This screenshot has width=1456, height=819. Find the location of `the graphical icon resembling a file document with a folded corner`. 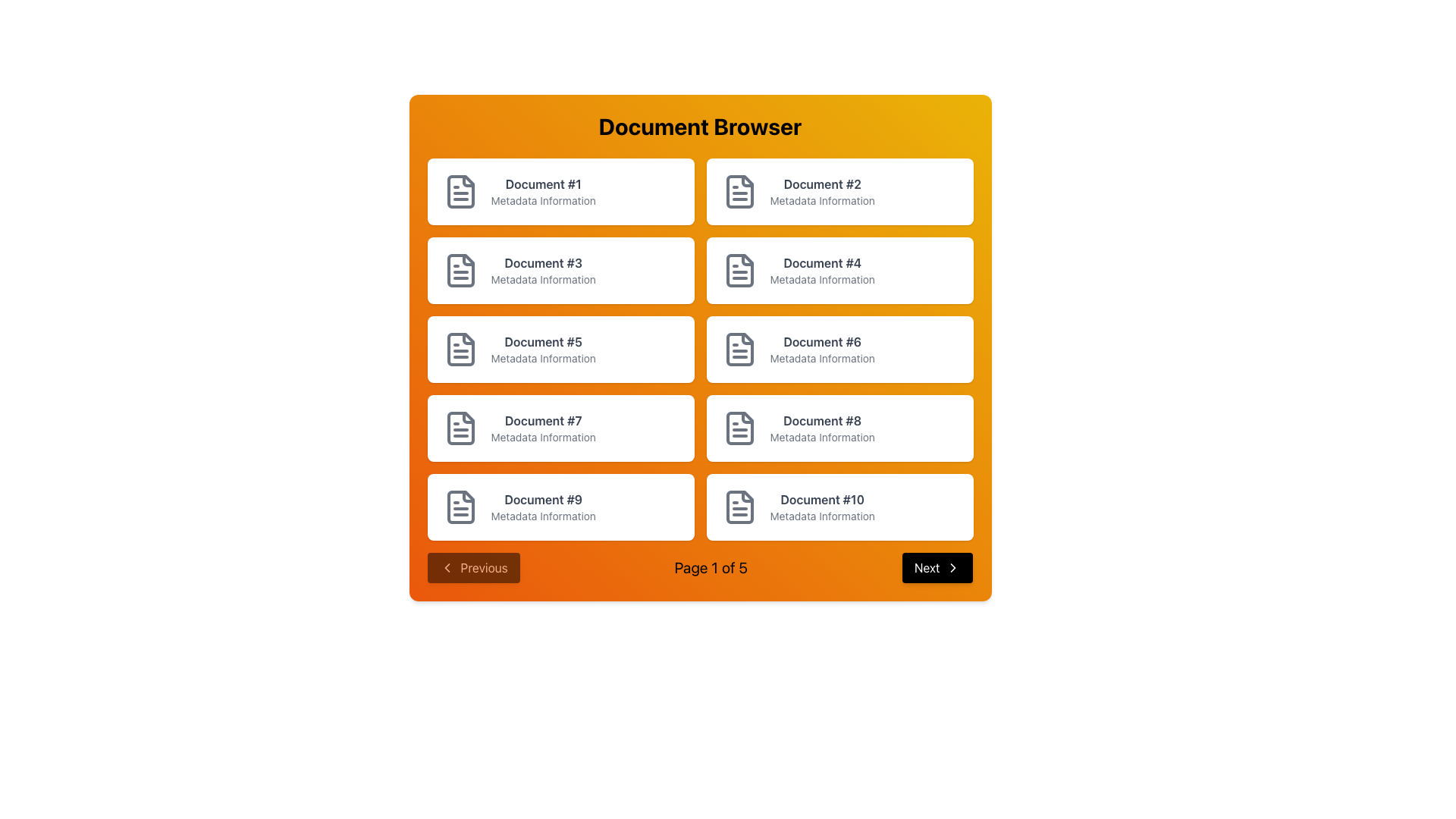

the graphical icon resembling a file document with a folded corner is located at coordinates (460, 507).